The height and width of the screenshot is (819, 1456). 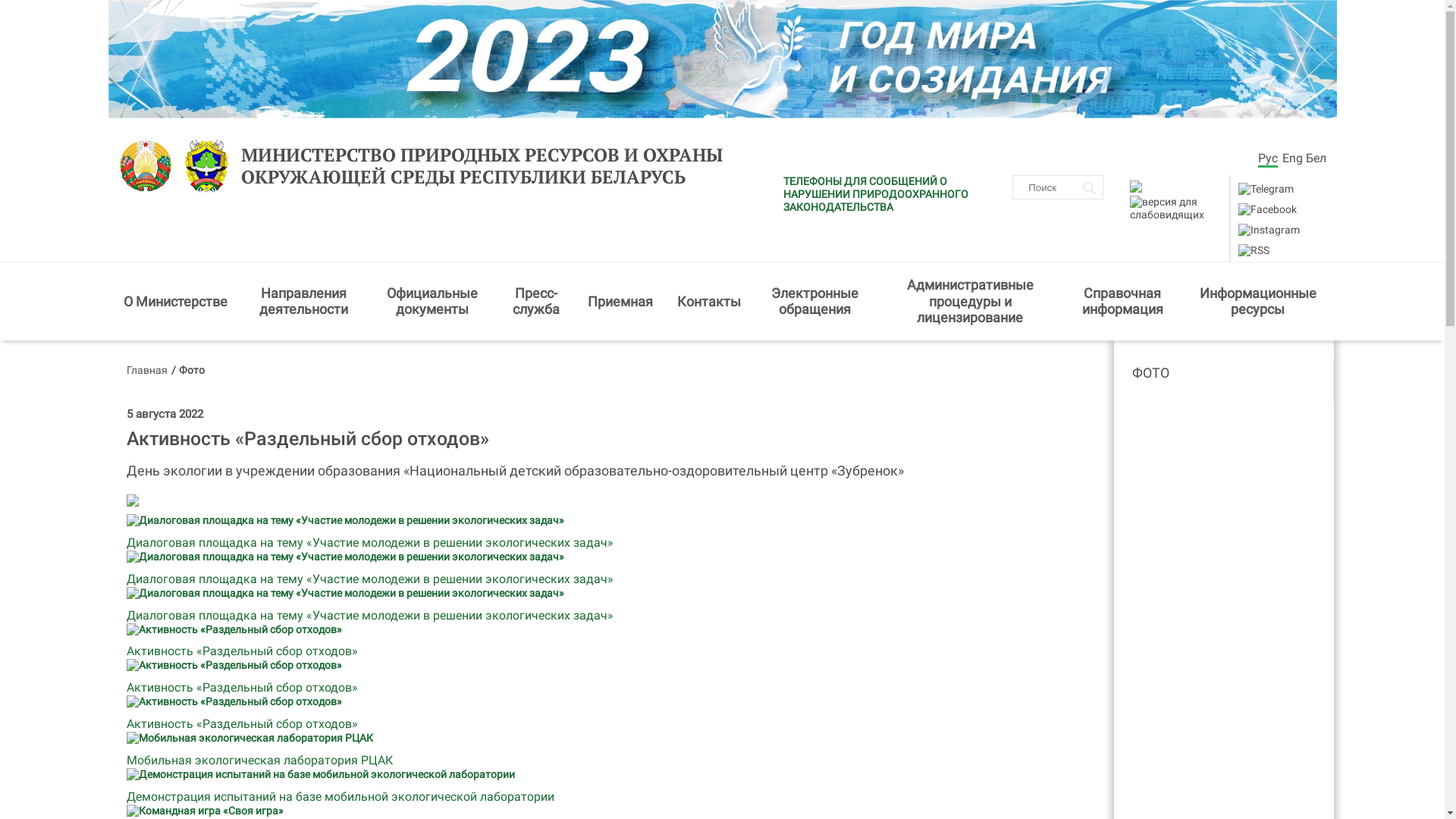 I want to click on 'Instagram', so click(x=1269, y=230).